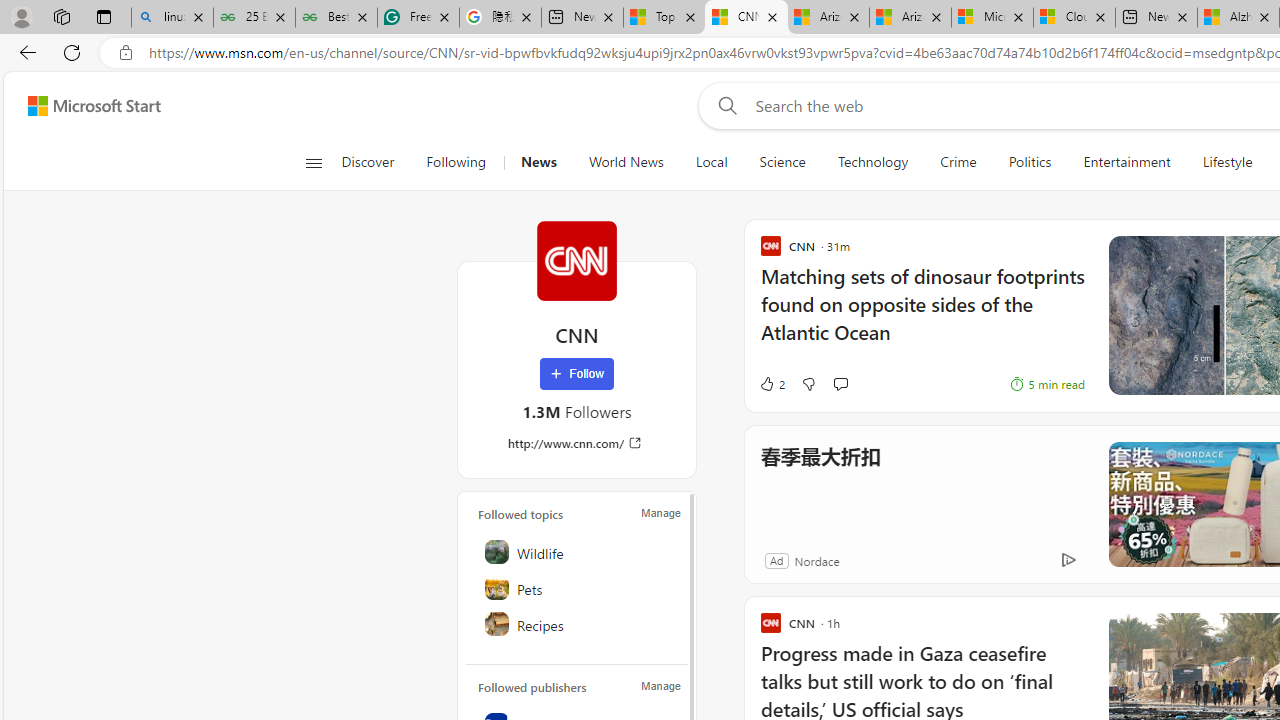  Describe the element at coordinates (745, 17) in the screenshot. I see `'CNN - MSN'` at that location.